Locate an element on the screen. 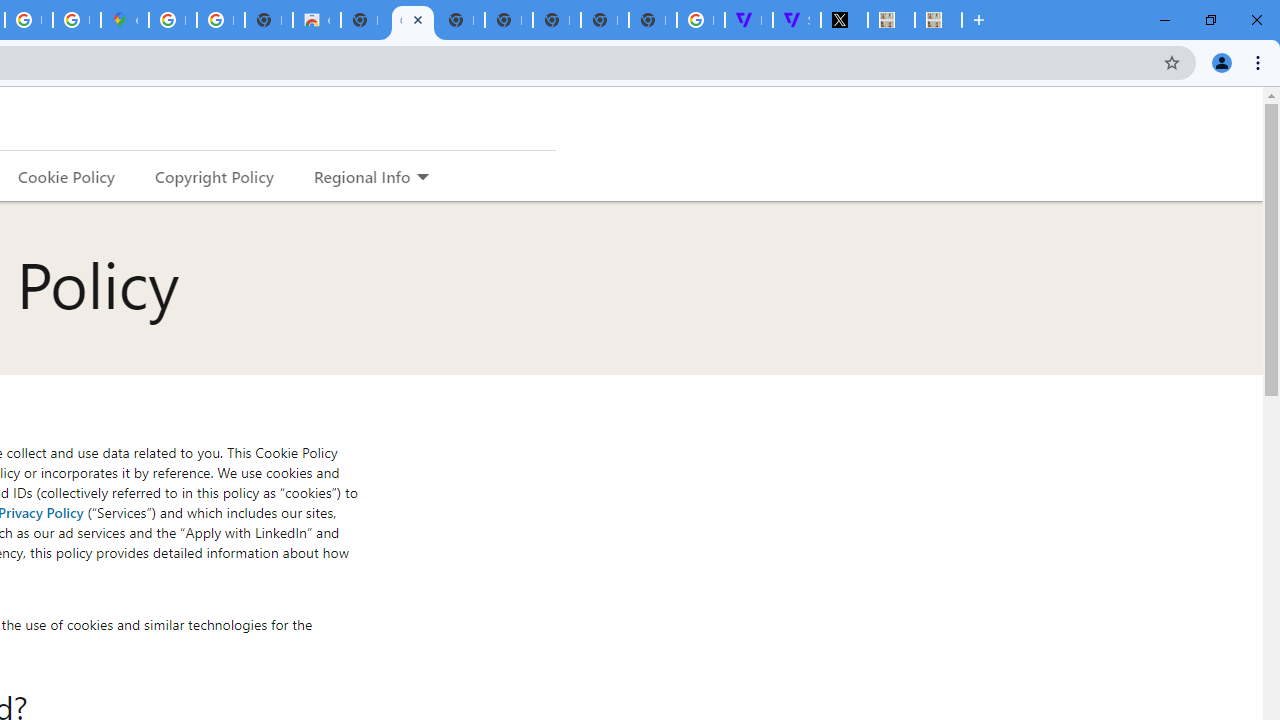 The image size is (1280, 720). 'Expand to show more links for Regional Info' is located at coordinates (421, 177).